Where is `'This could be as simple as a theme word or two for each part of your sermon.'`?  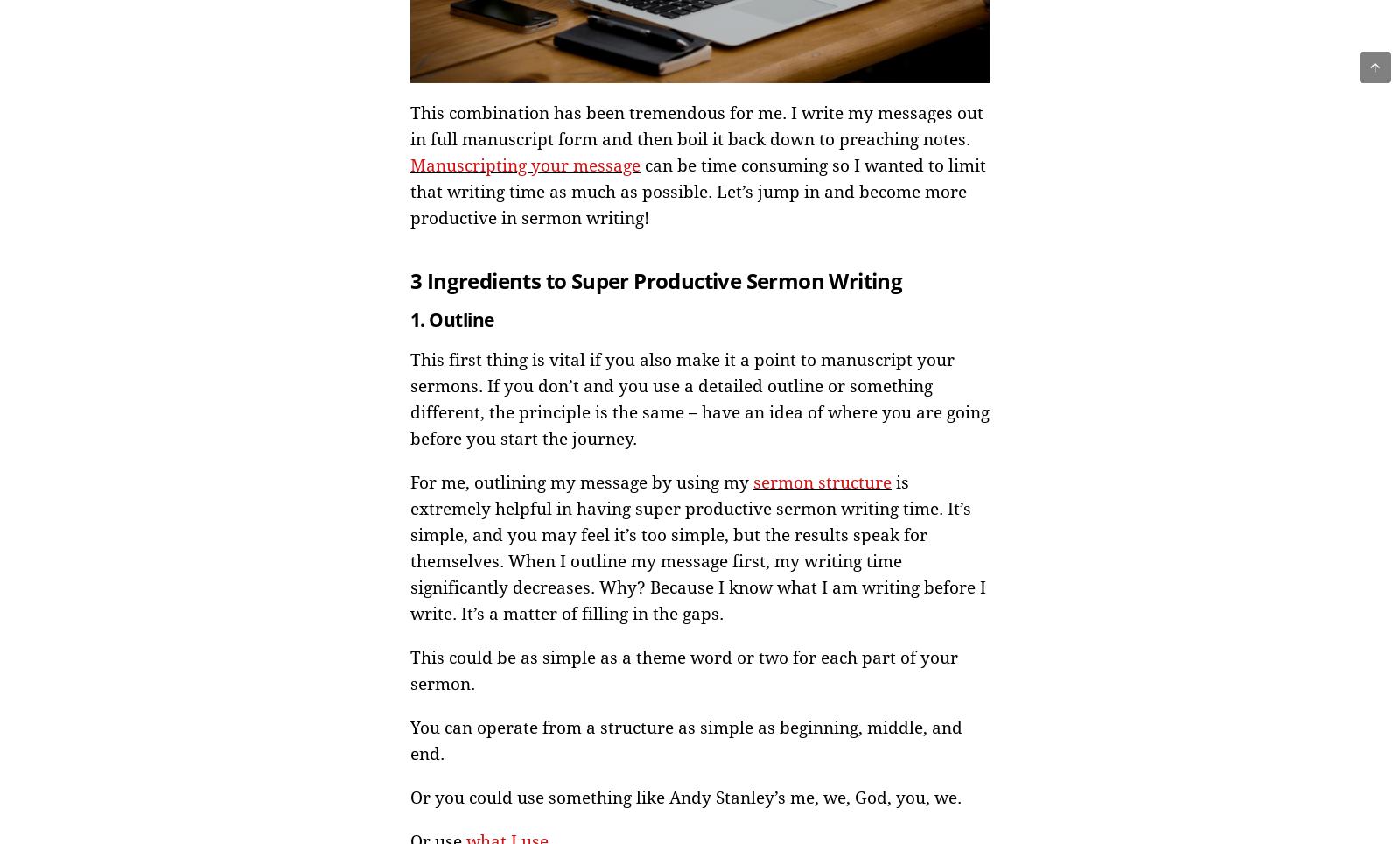
'This could be as simple as a theme word or two for each part of your sermon.' is located at coordinates (684, 671).